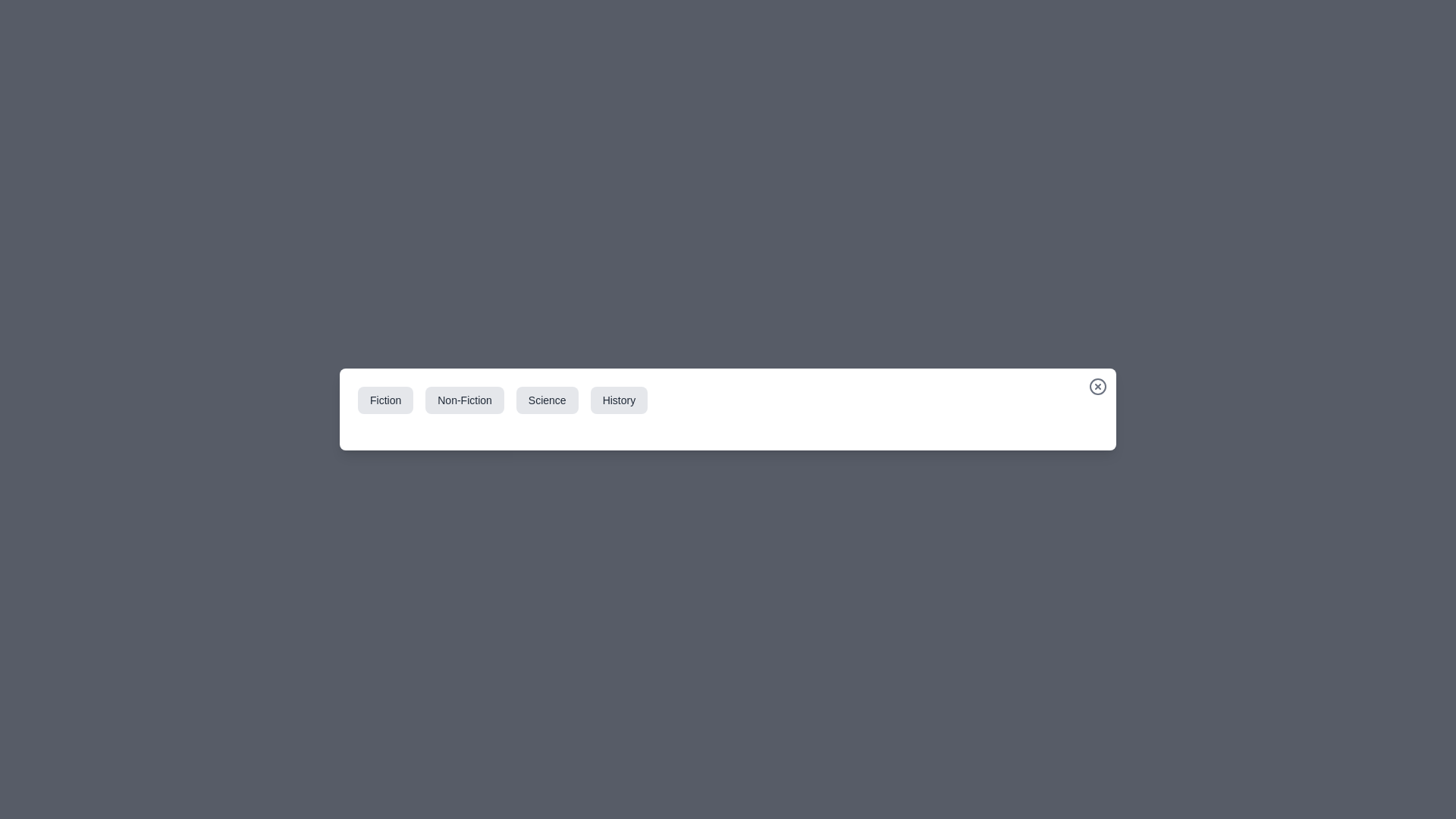  What do you see at coordinates (619, 400) in the screenshot?
I see `the History tab` at bounding box center [619, 400].